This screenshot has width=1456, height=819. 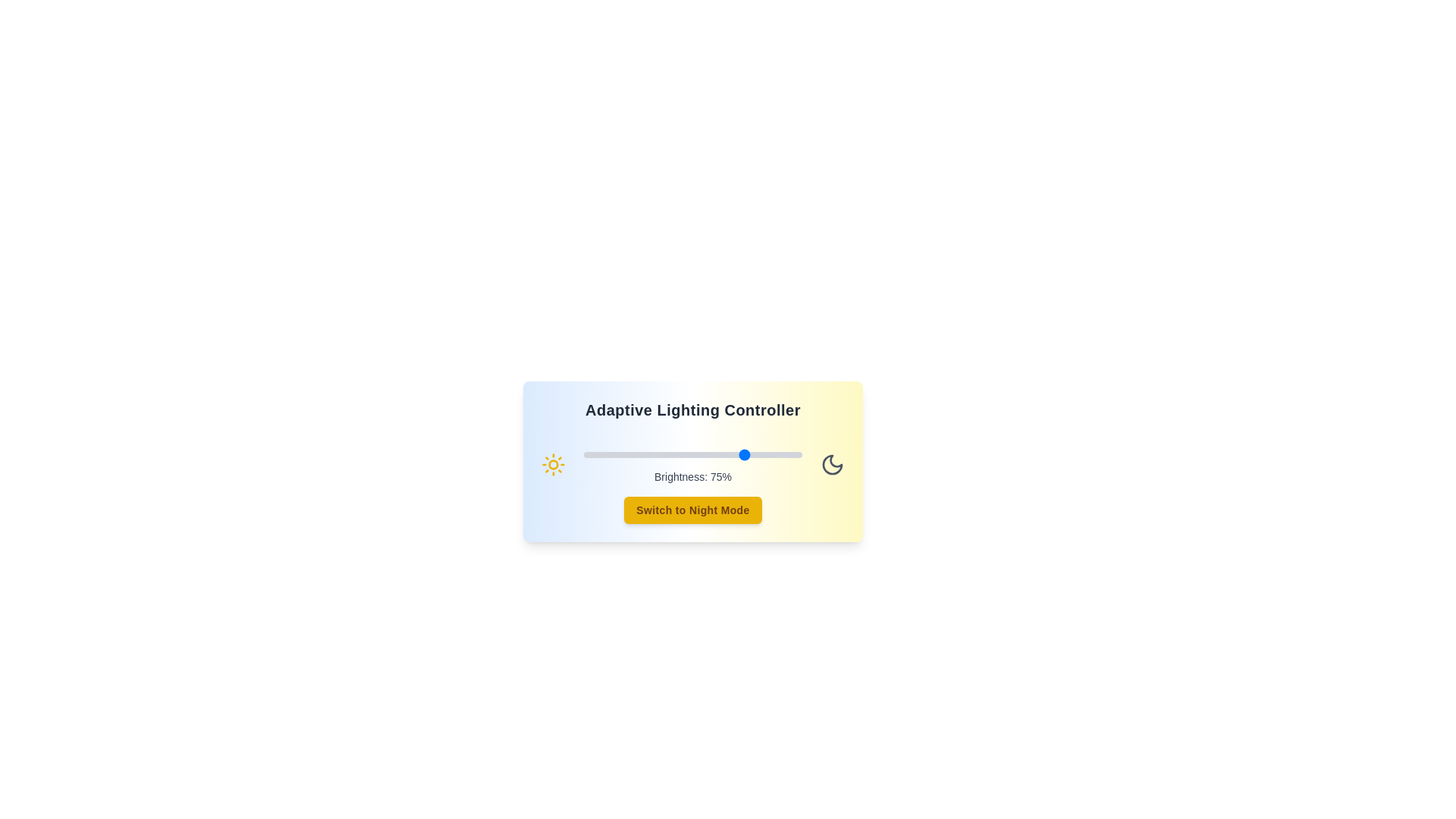 I want to click on the brightness level, so click(x=773, y=454).